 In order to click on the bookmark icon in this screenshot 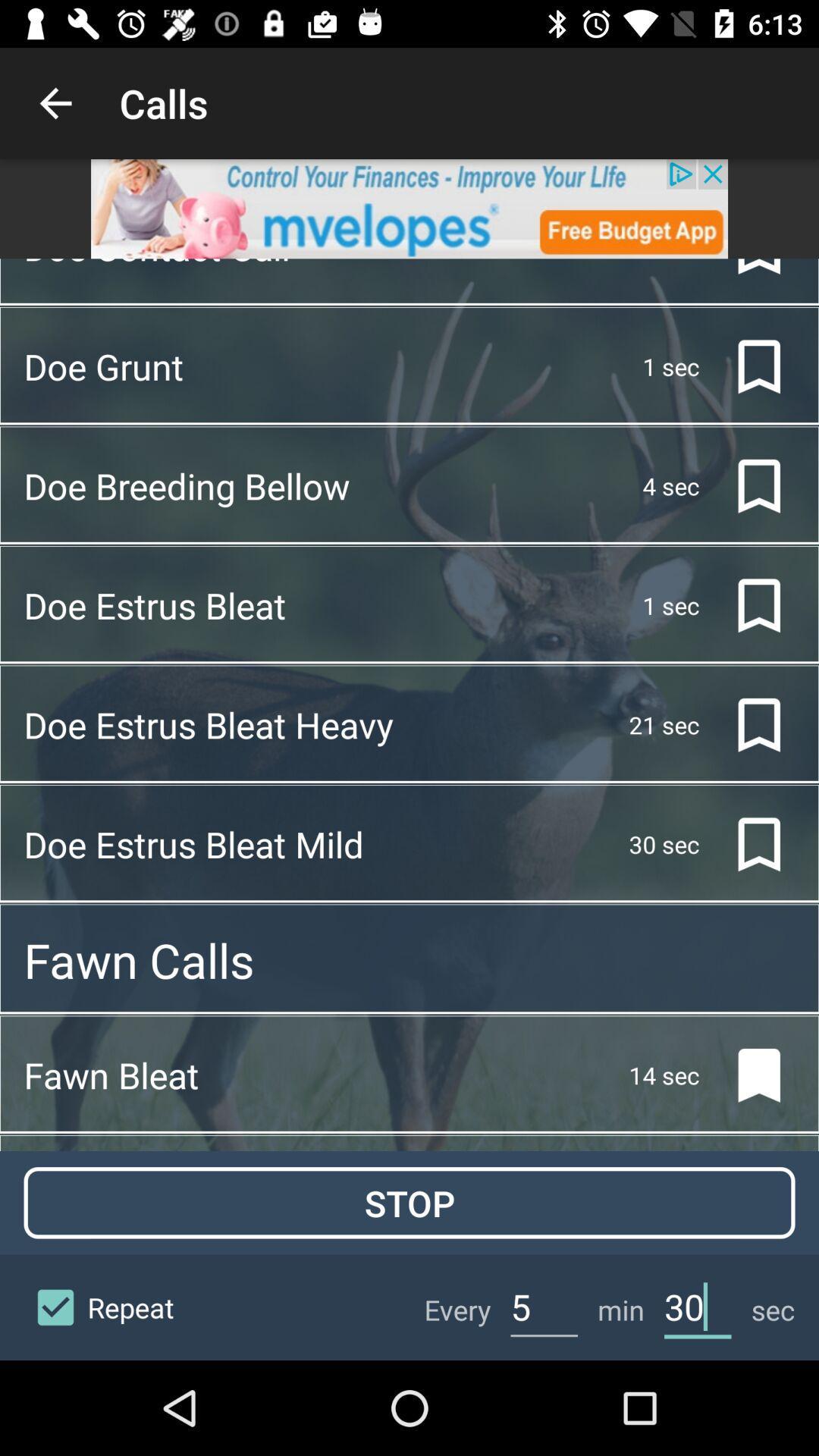, I will do `click(746, 1075)`.